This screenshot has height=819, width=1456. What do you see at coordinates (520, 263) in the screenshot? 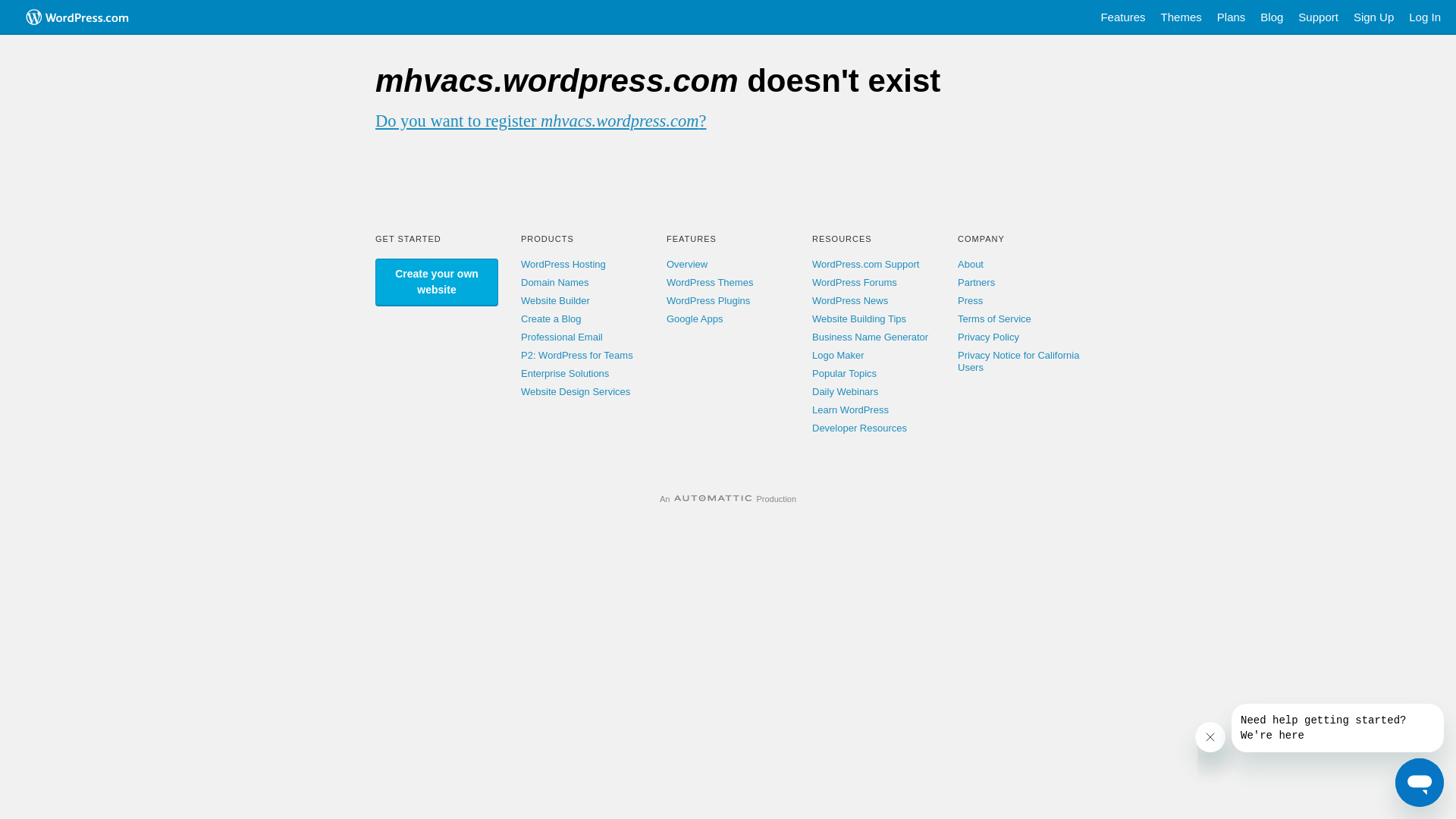
I see `'WordPress Hosting'` at bounding box center [520, 263].